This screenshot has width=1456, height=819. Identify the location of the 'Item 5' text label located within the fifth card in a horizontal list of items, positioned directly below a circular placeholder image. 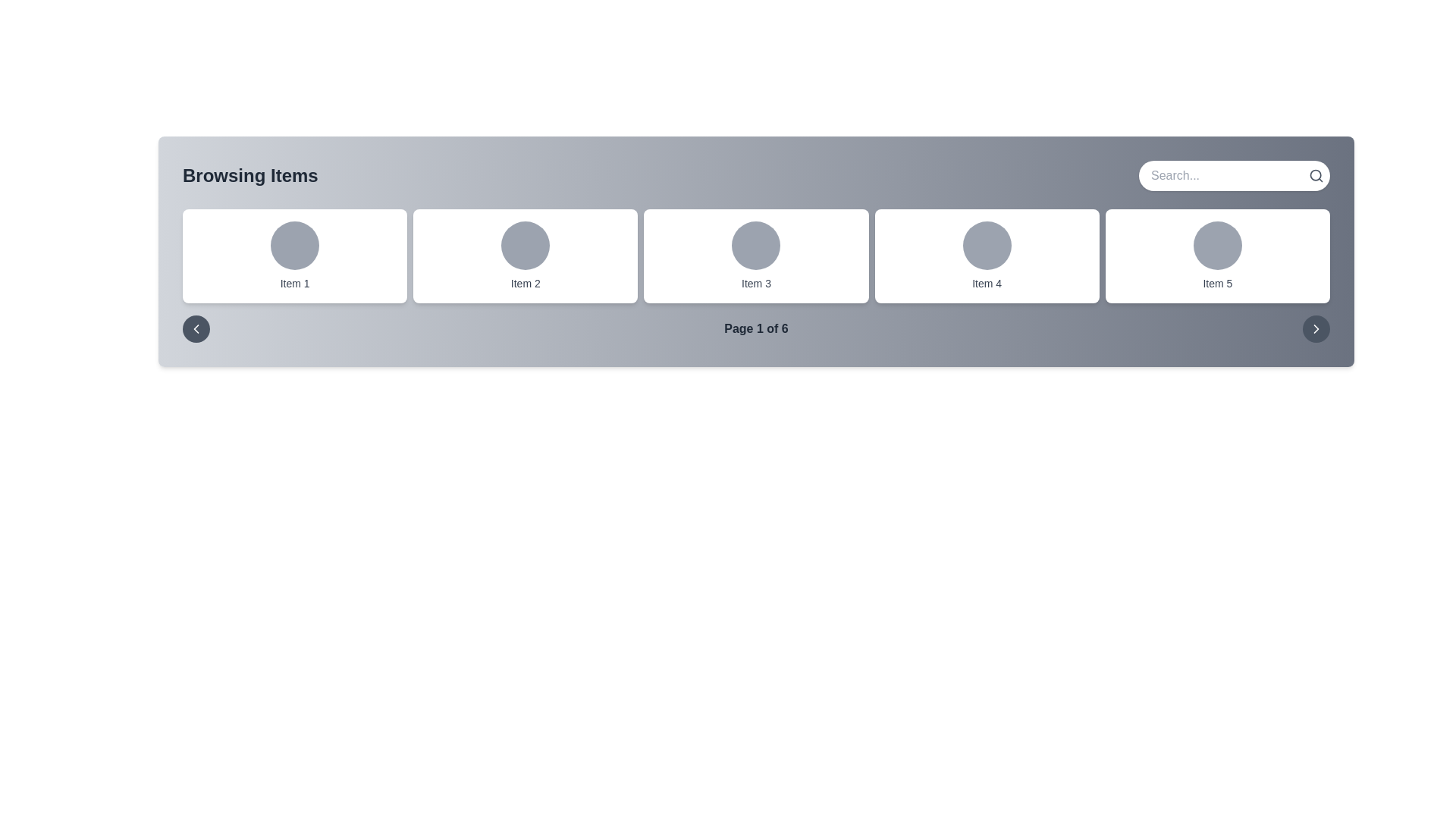
(1217, 284).